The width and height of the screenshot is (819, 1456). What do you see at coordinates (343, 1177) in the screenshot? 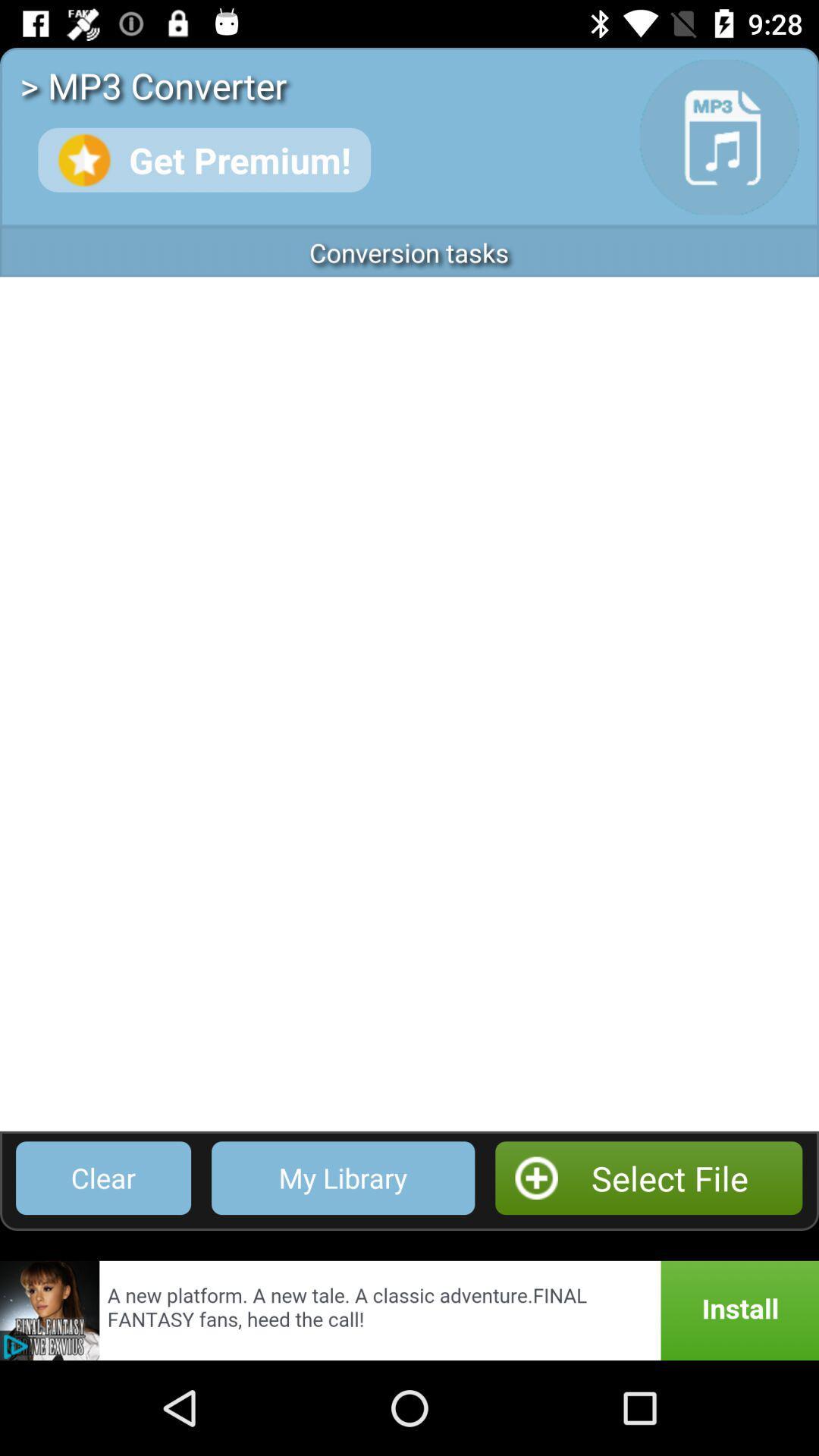
I see `the icon next to select file app` at bounding box center [343, 1177].